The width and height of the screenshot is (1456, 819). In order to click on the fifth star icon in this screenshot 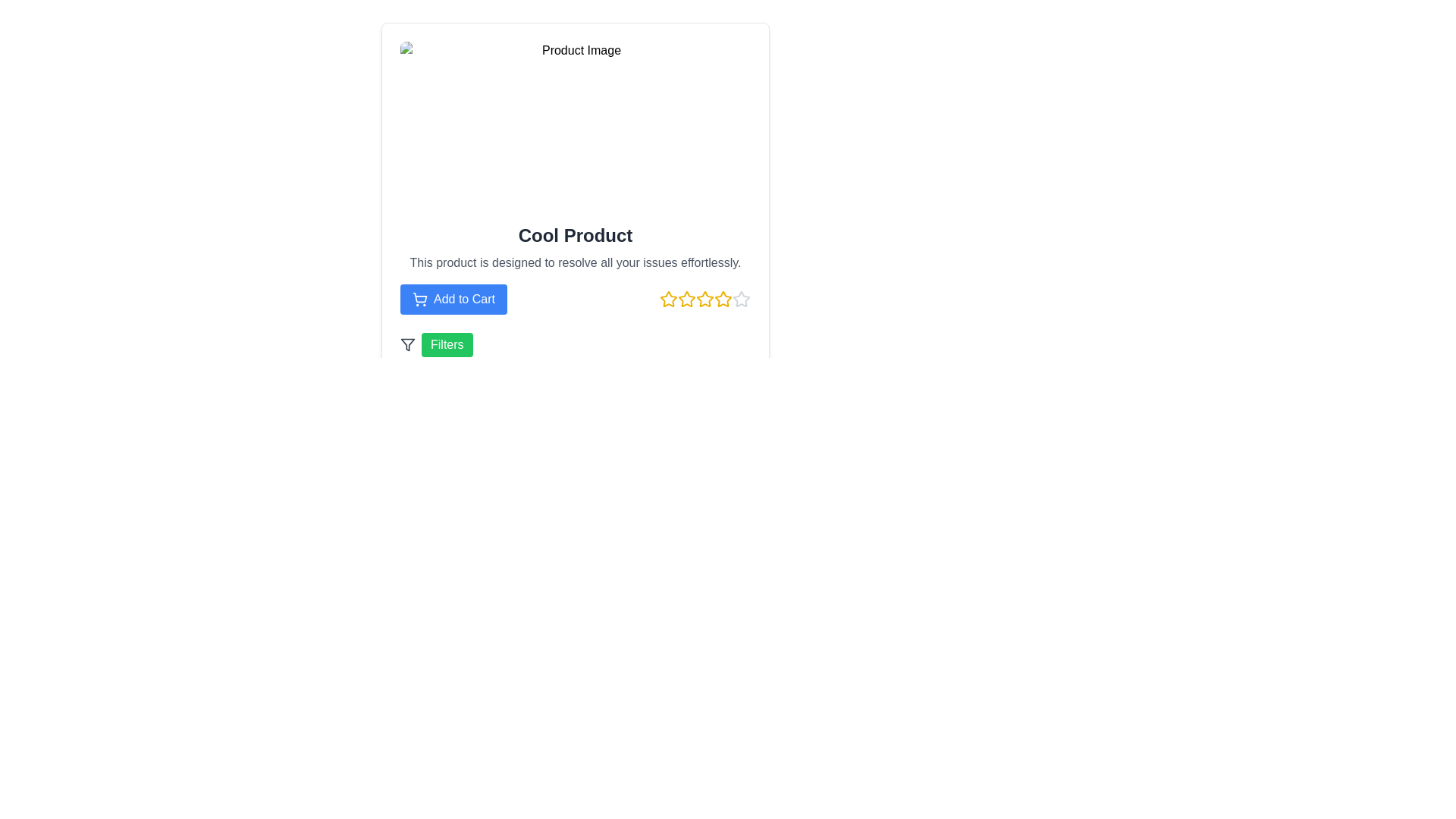, I will do `click(742, 299)`.